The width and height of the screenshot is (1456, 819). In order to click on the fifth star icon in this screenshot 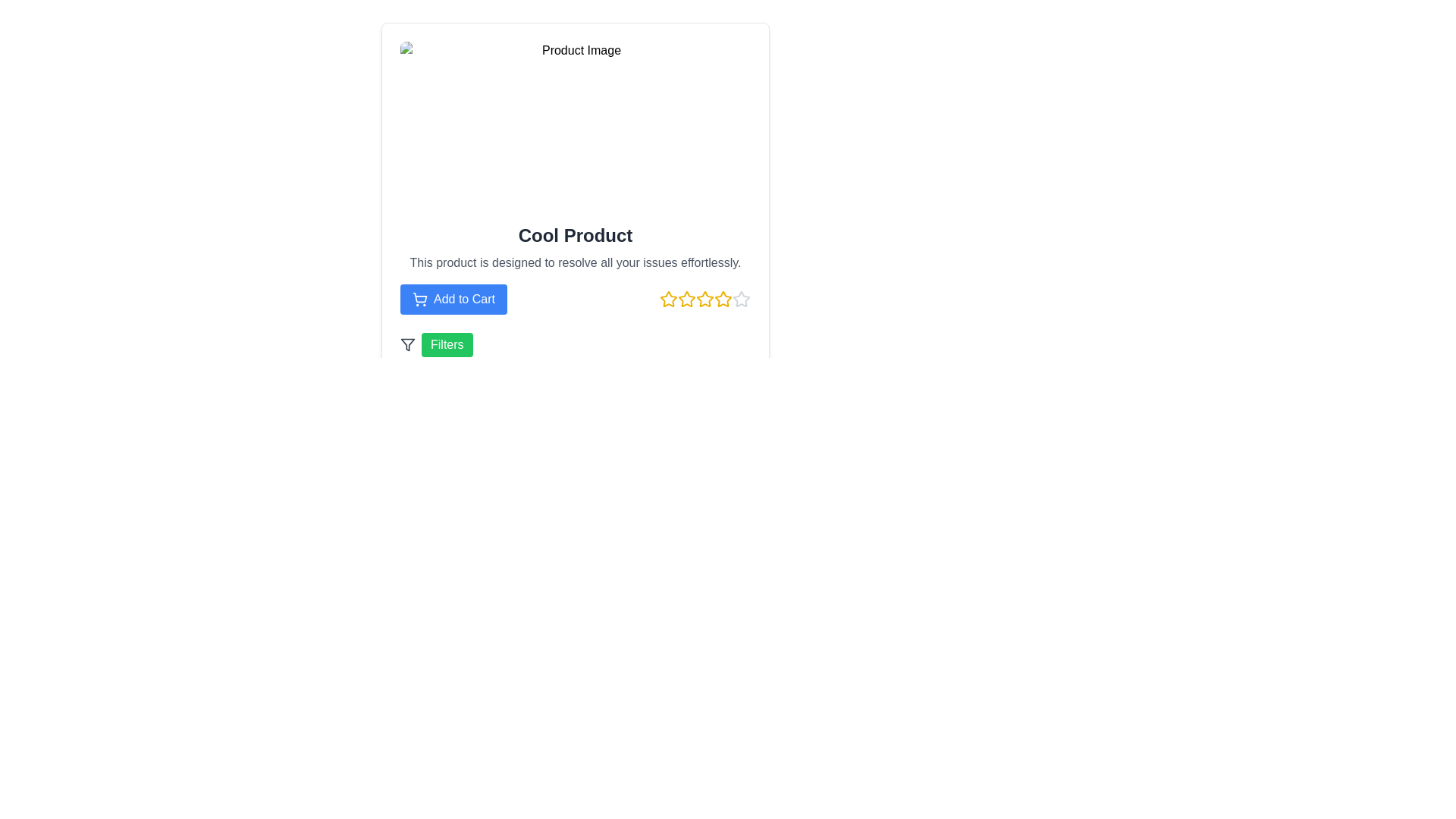, I will do `click(742, 299)`.